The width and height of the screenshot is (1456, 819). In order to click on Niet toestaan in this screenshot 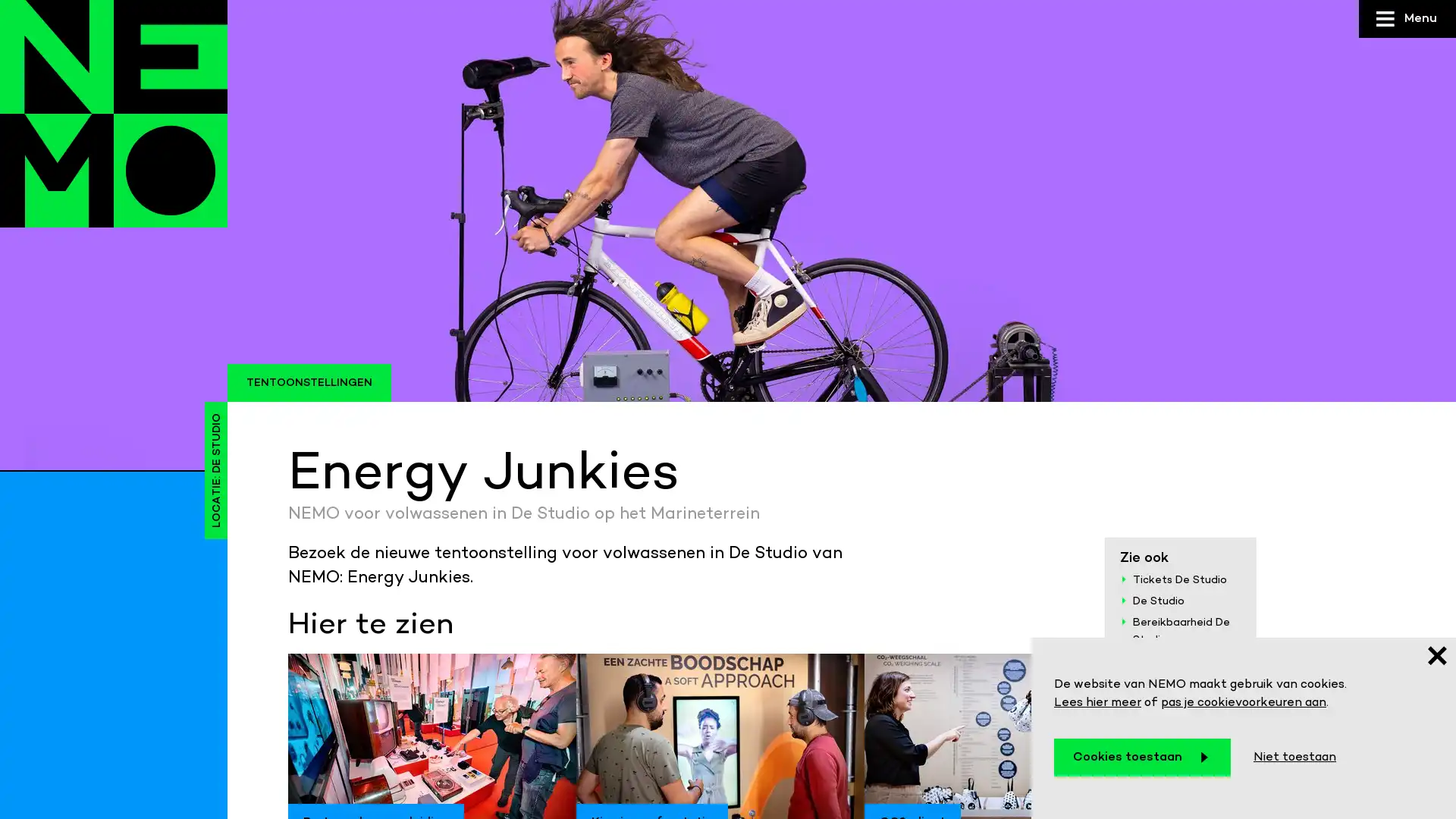, I will do `click(1294, 758)`.